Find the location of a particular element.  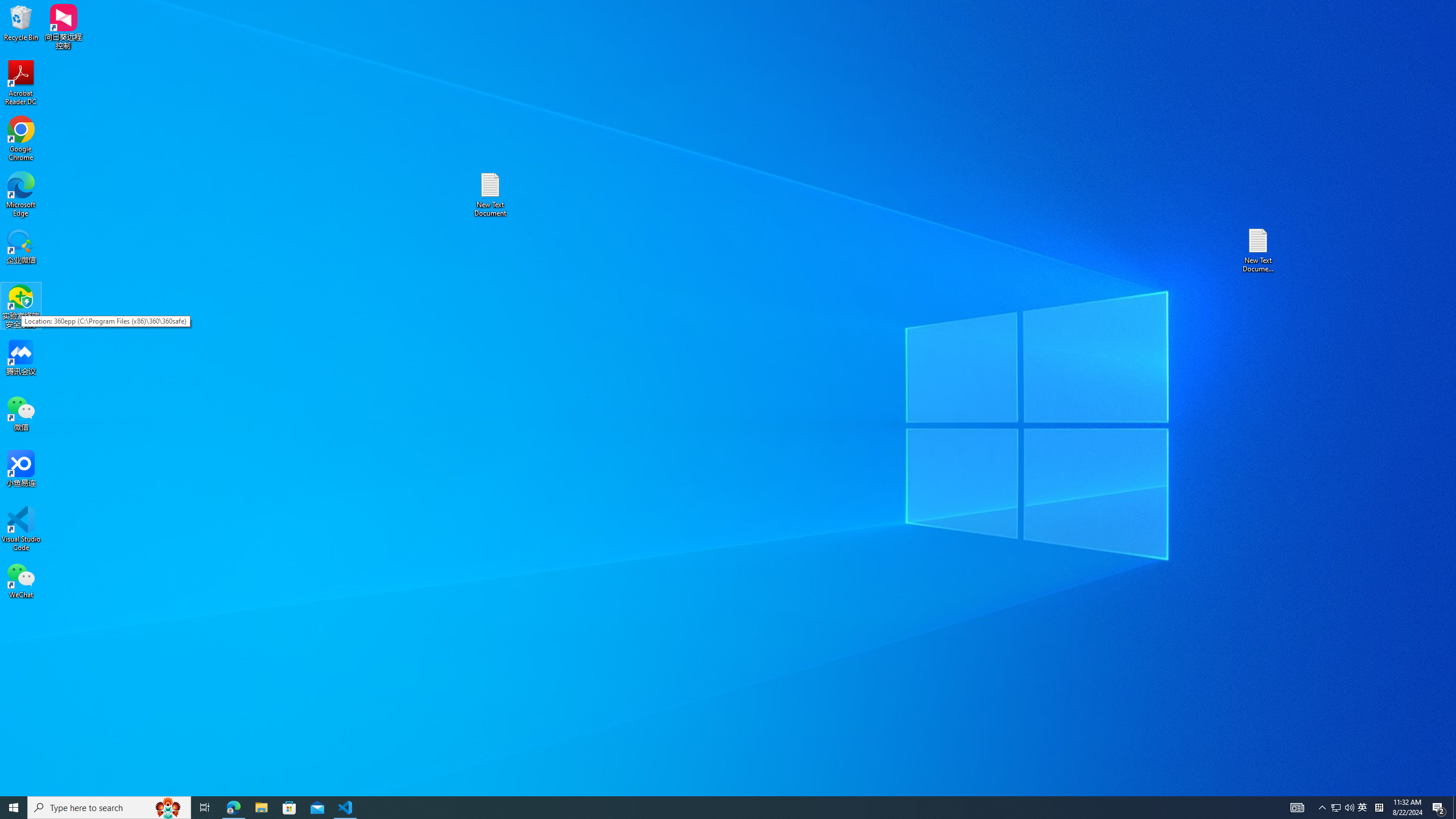

'New Text Document' is located at coordinates (489, 194).